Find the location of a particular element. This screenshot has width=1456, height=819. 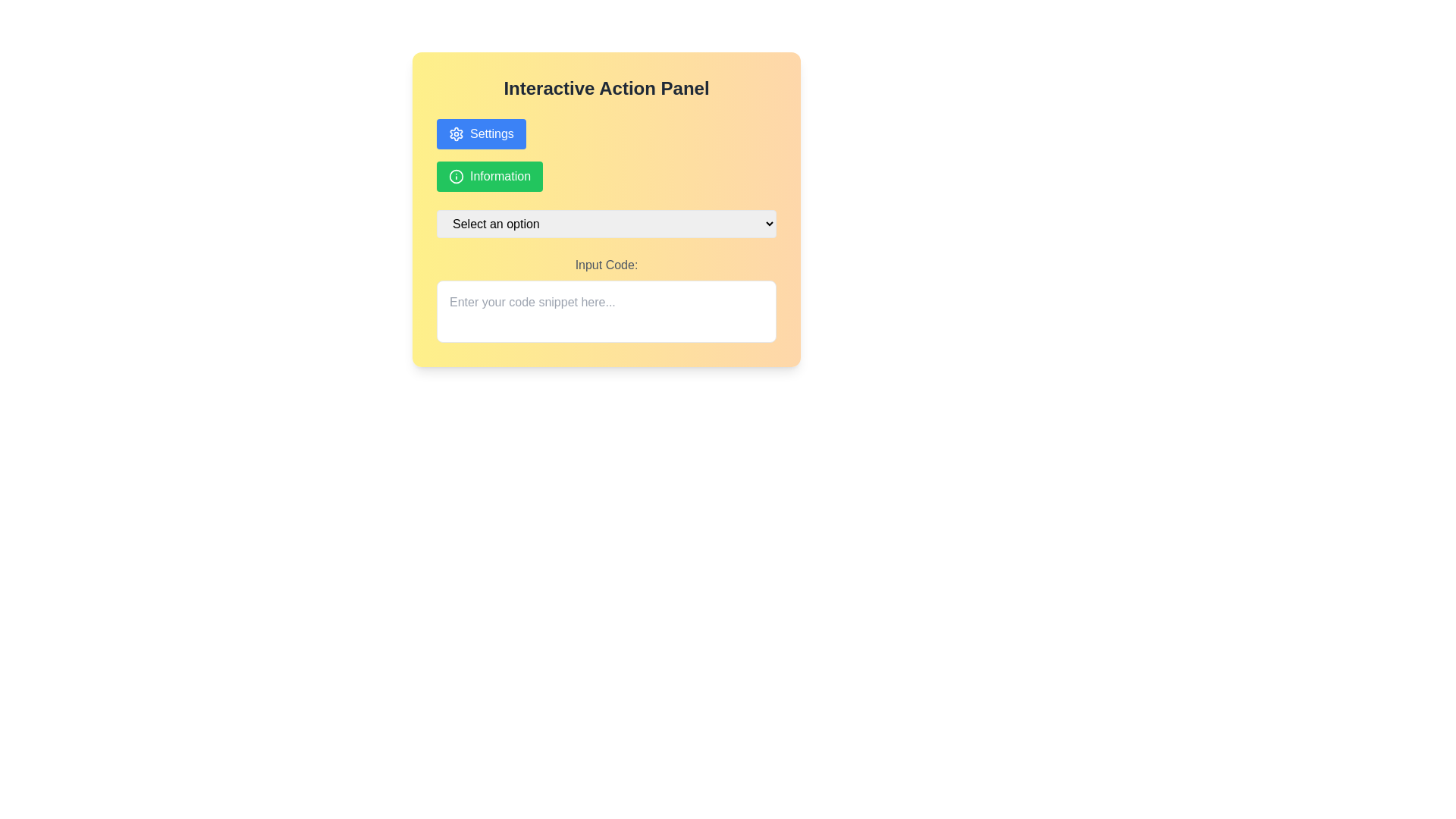

keyboard shortcuts is located at coordinates (607, 299).